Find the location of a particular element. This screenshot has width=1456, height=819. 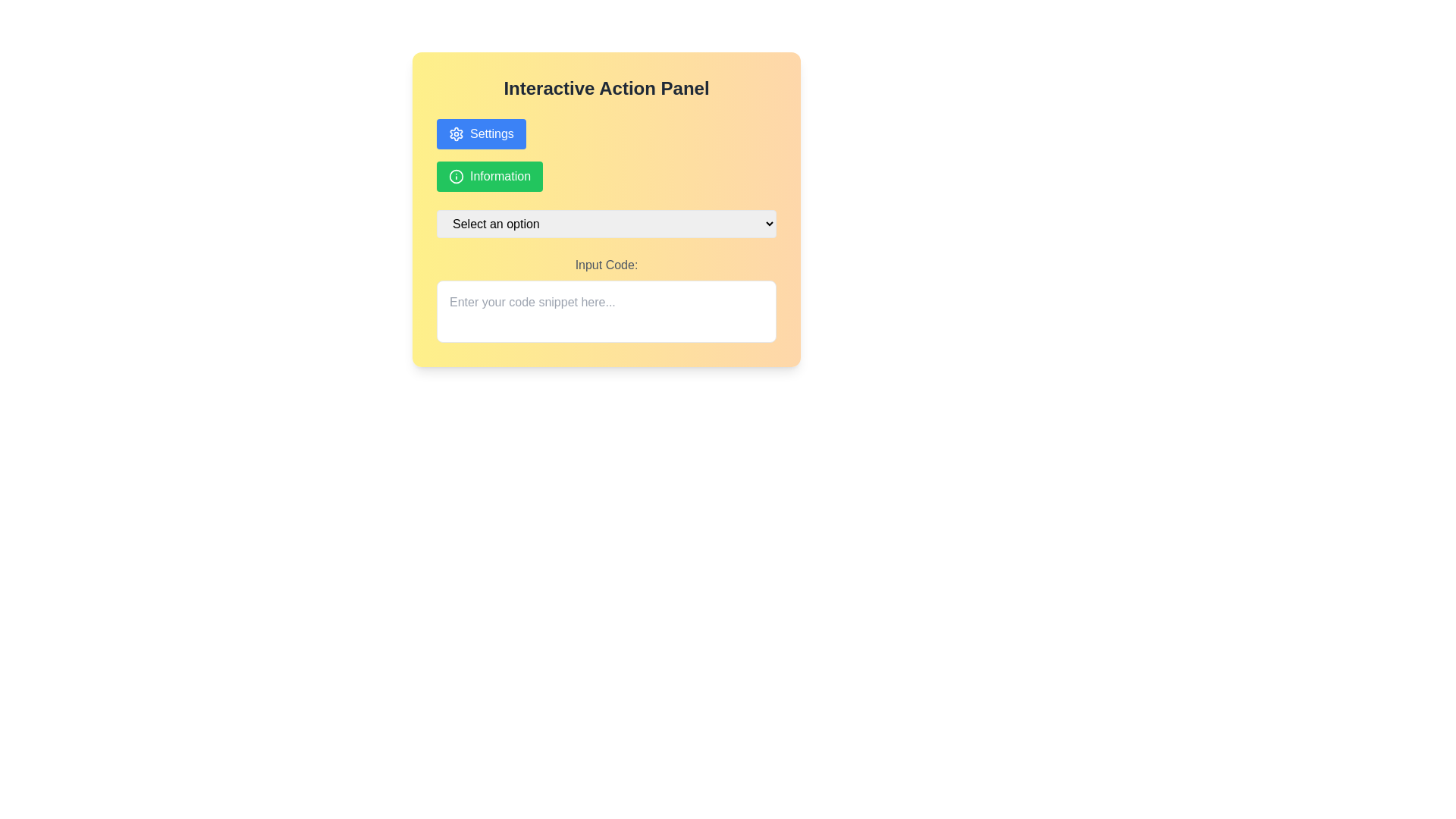

keyboard shortcuts is located at coordinates (607, 299).